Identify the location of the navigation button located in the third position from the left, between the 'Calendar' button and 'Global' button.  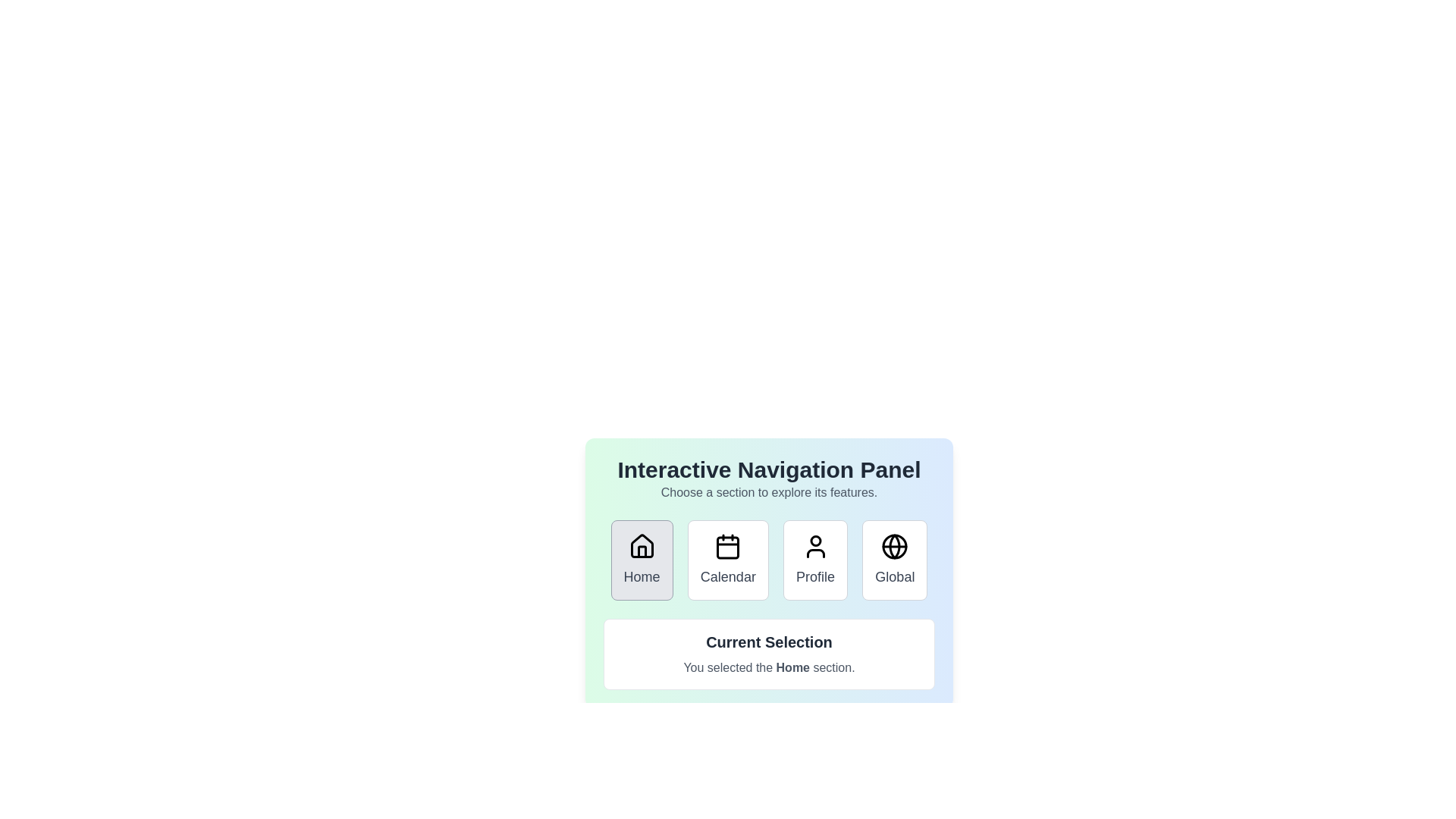
(814, 560).